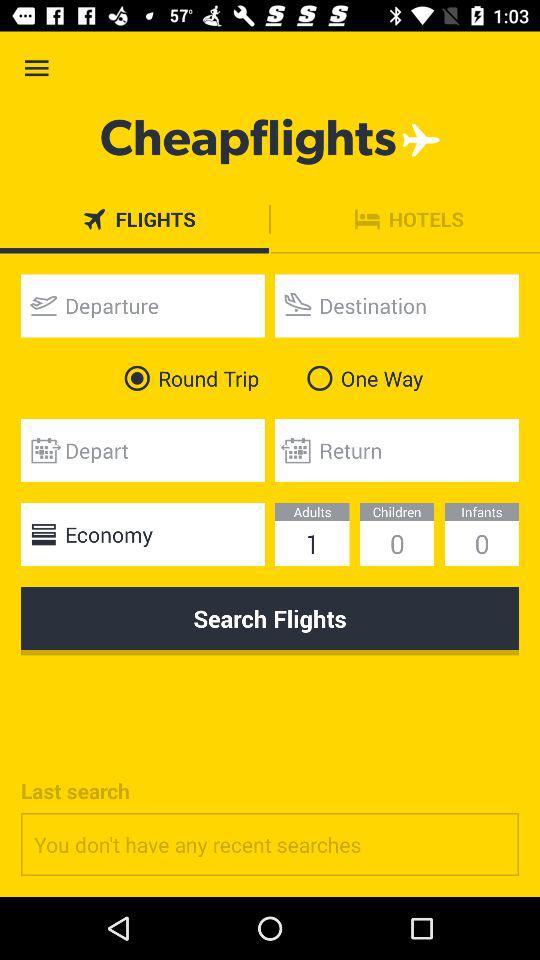 This screenshot has height=960, width=540. What do you see at coordinates (397, 305) in the screenshot?
I see `icon above one way` at bounding box center [397, 305].